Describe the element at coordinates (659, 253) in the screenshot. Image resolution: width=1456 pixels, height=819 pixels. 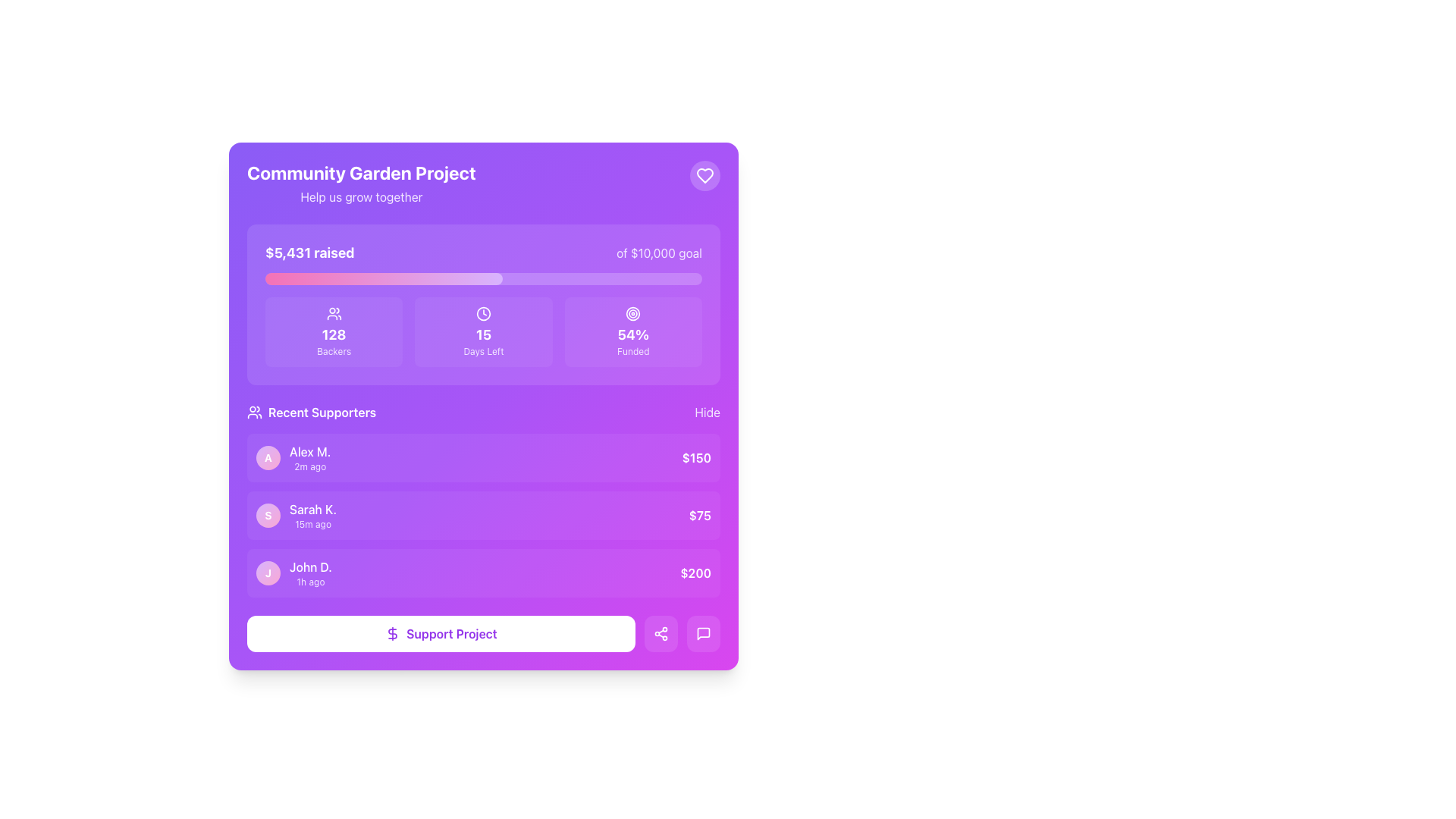
I see `the static text reading 'of $10,000 goal', which is styled in light purple and located to the right of the '$5,431 raised' figure in the fundraising progress section` at that location.